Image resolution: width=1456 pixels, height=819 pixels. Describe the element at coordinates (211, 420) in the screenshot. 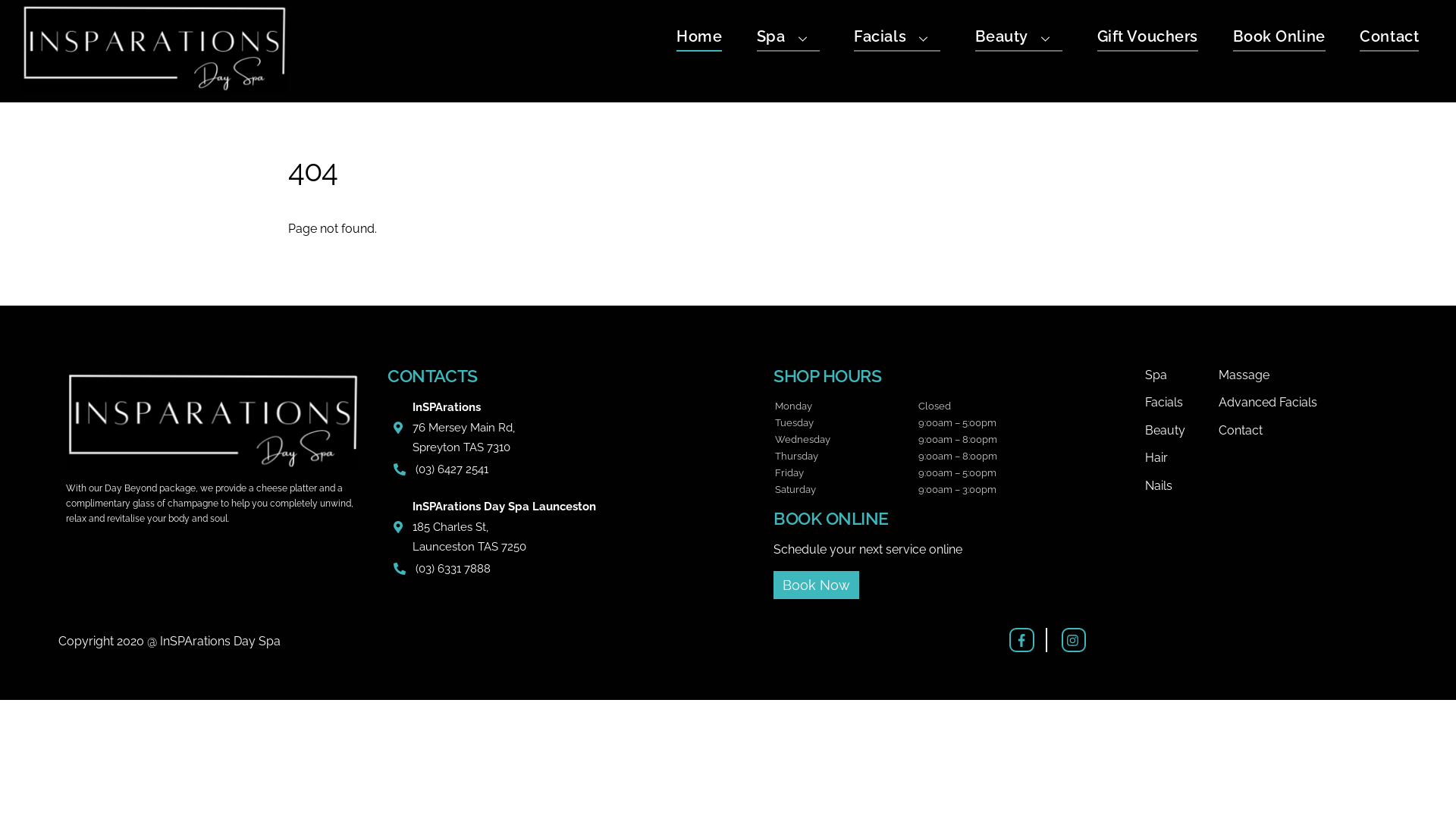

I see `'Insparations logo cr'` at that location.